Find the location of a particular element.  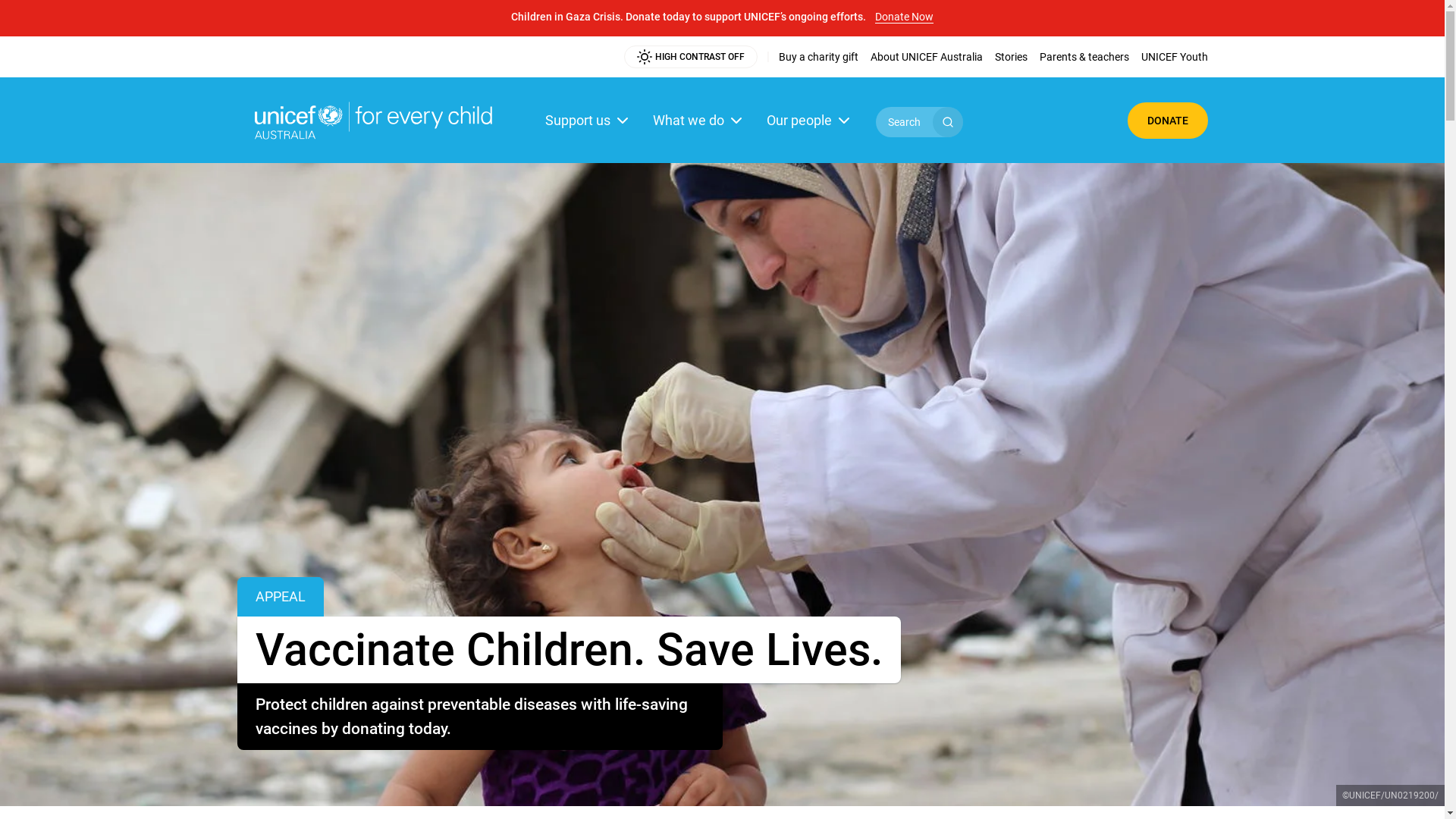

'UNICEF Youth' is located at coordinates (1173, 55).